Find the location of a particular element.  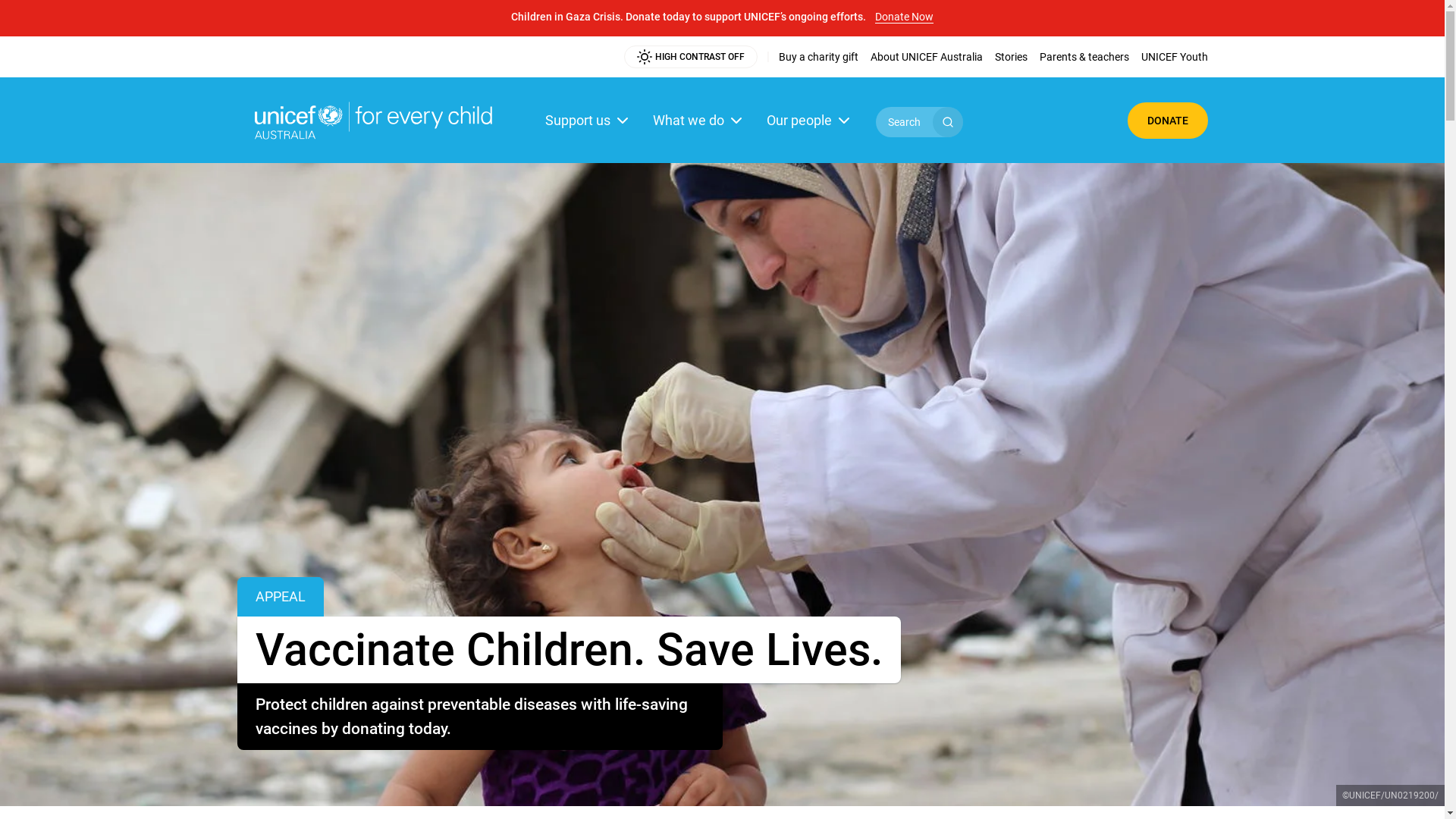

'UNICEF Youth' is located at coordinates (1173, 55).